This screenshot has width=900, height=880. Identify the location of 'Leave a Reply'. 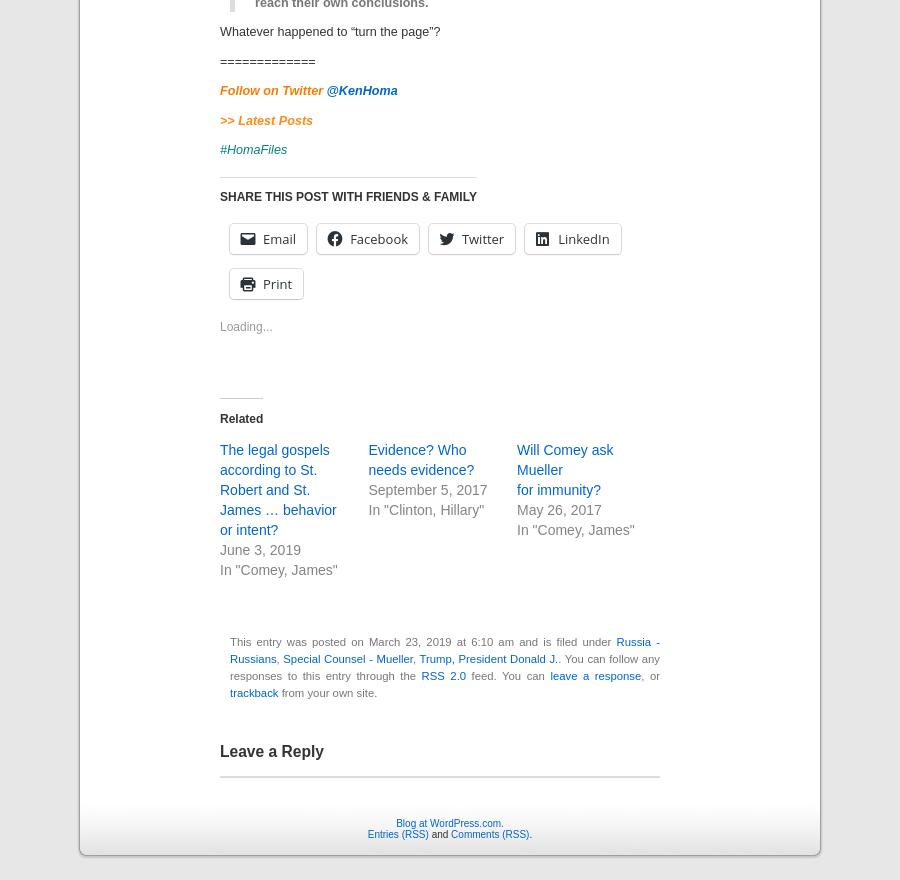
(270, 749).